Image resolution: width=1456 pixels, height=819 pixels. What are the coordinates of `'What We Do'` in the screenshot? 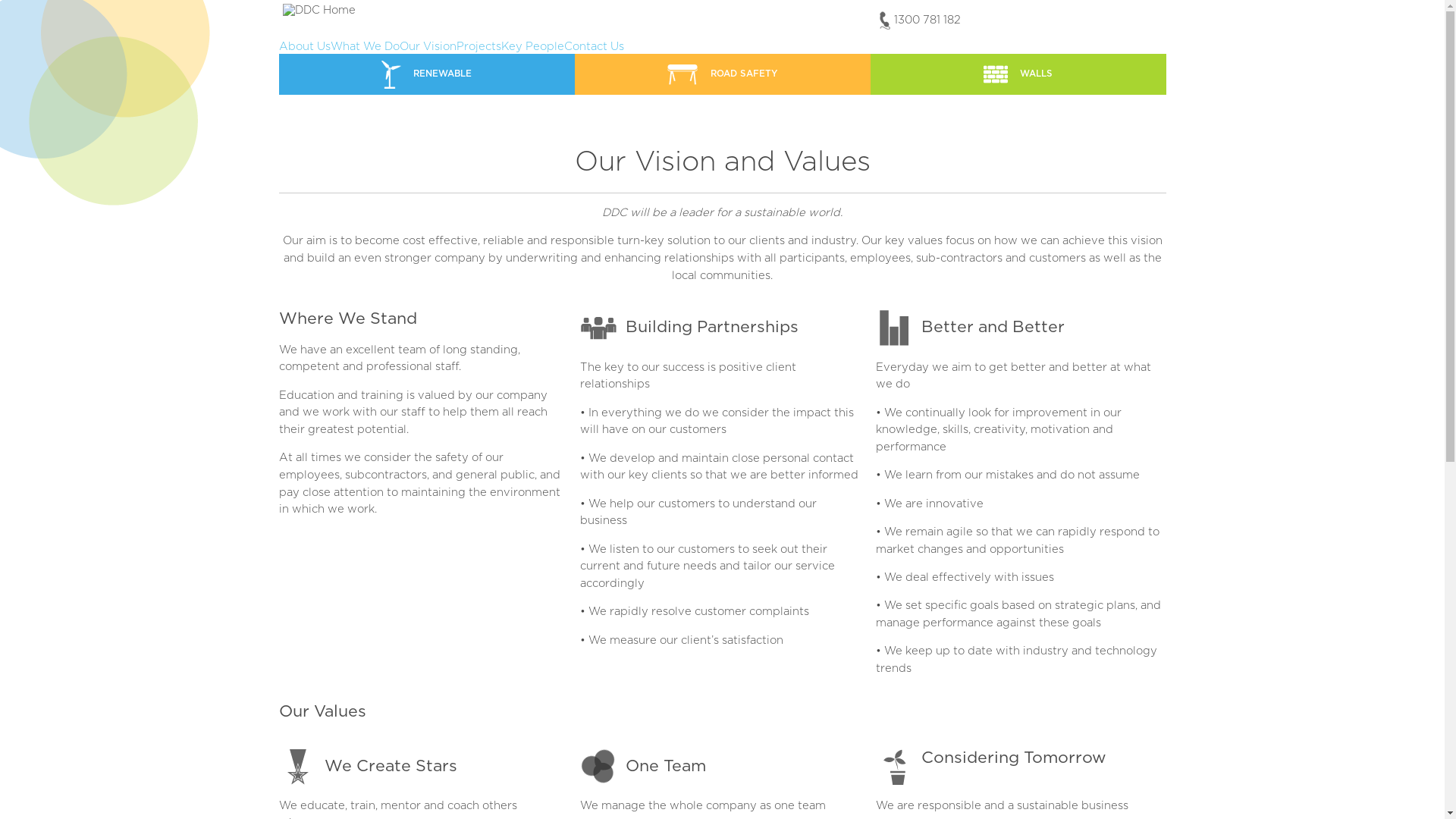 It's located at (365, 45).